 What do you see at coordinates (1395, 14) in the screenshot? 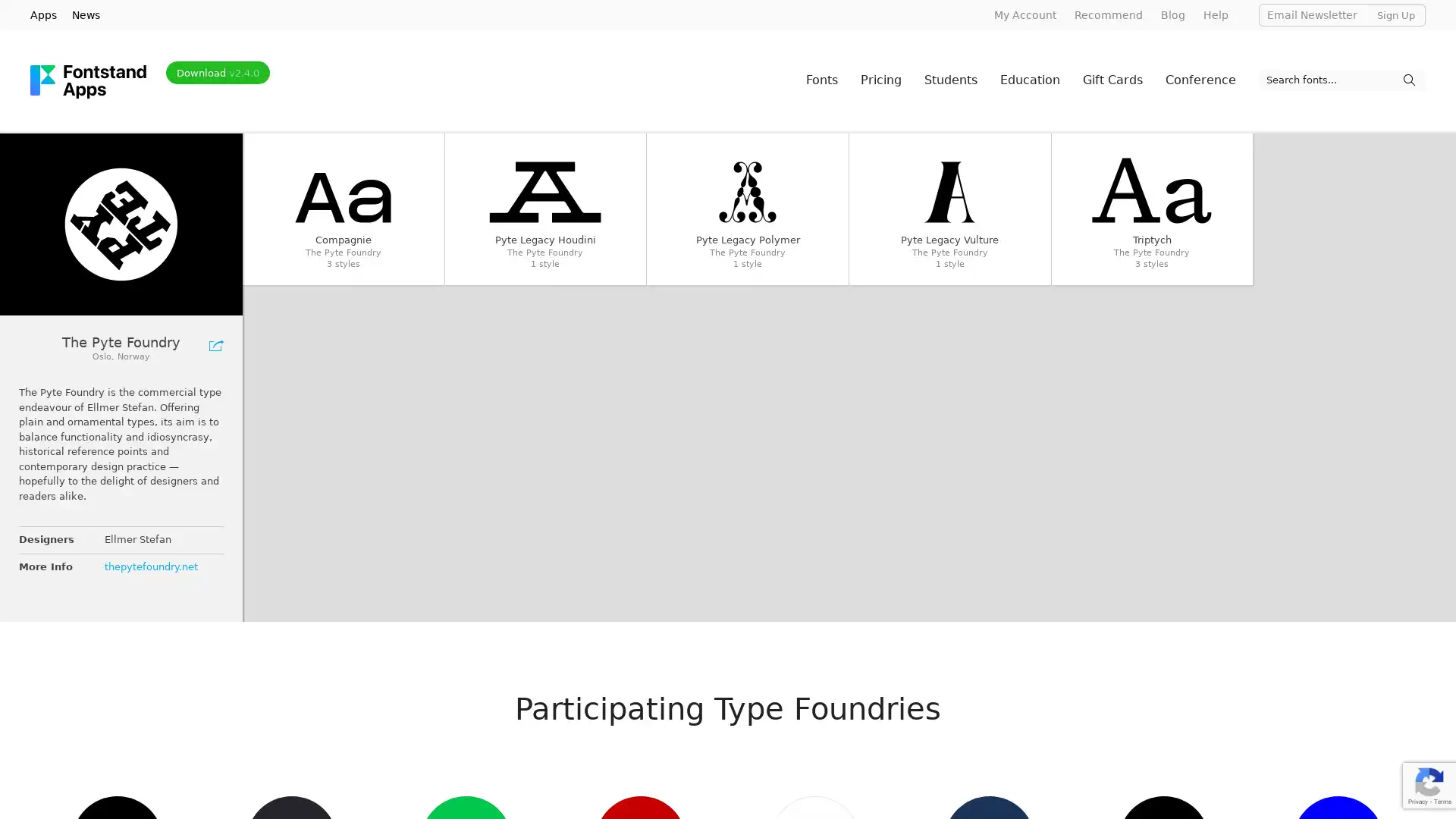
I see `Sign Up` at bounding box center [1395, 14].